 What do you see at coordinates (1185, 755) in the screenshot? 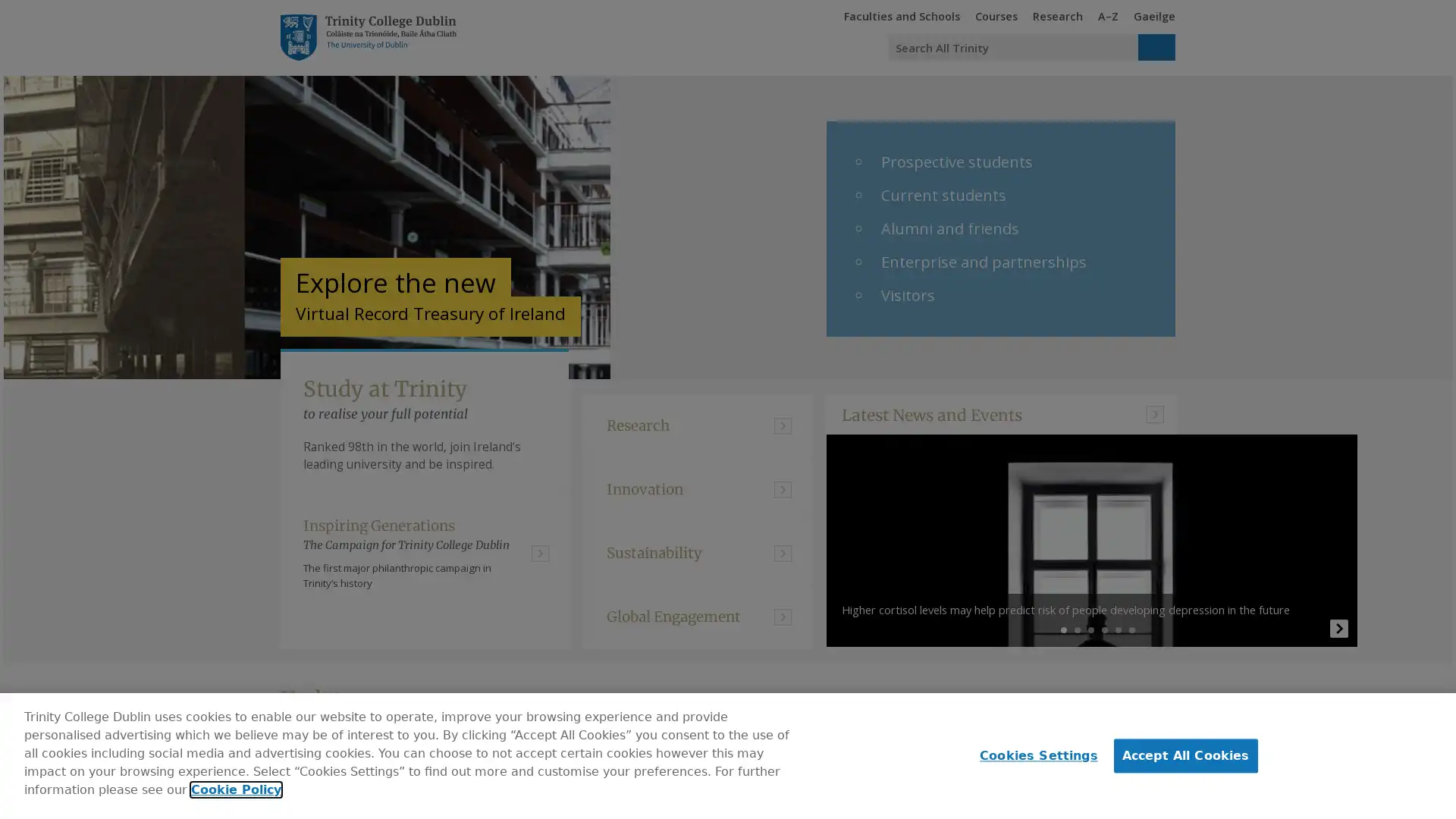
I see `Accept All Cookies` at bounding box center [1185, 755].